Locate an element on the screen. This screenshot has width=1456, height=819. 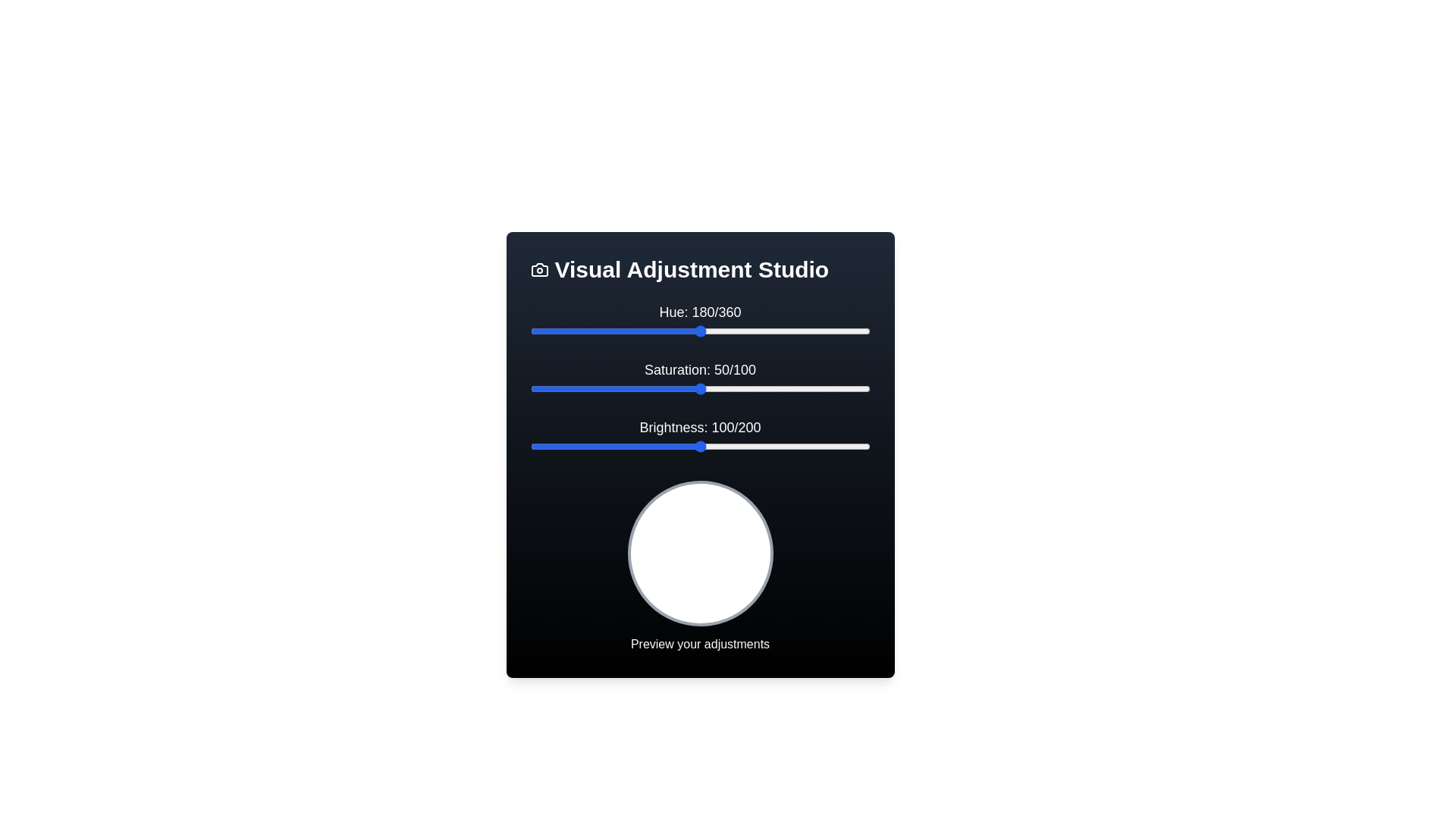
the 'Hue' slider to 219 by dragging the slider is located at coordinates (737, 330).